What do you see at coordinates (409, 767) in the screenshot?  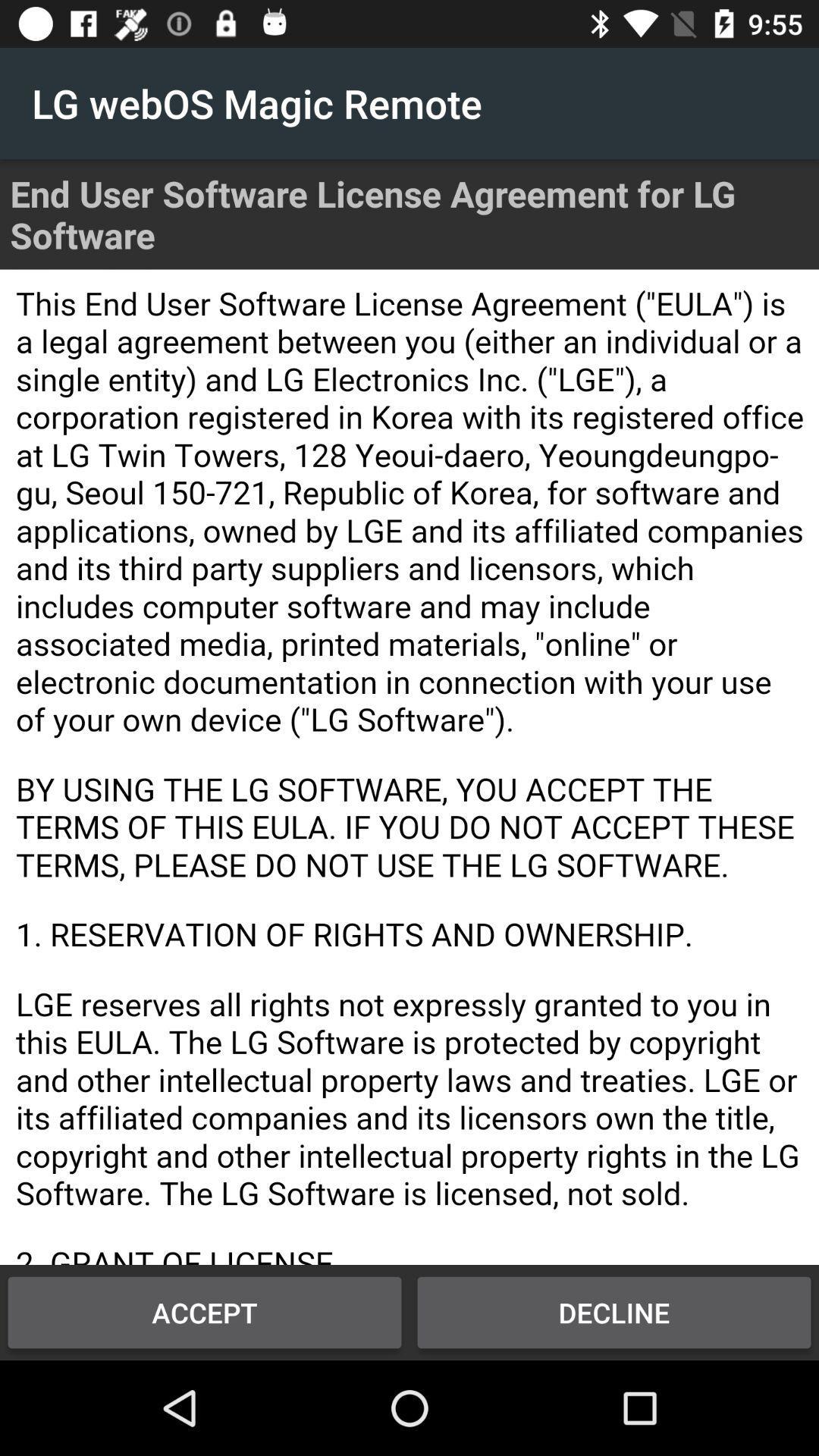 I see `license agreement for software` at bounding box center [409, 767].